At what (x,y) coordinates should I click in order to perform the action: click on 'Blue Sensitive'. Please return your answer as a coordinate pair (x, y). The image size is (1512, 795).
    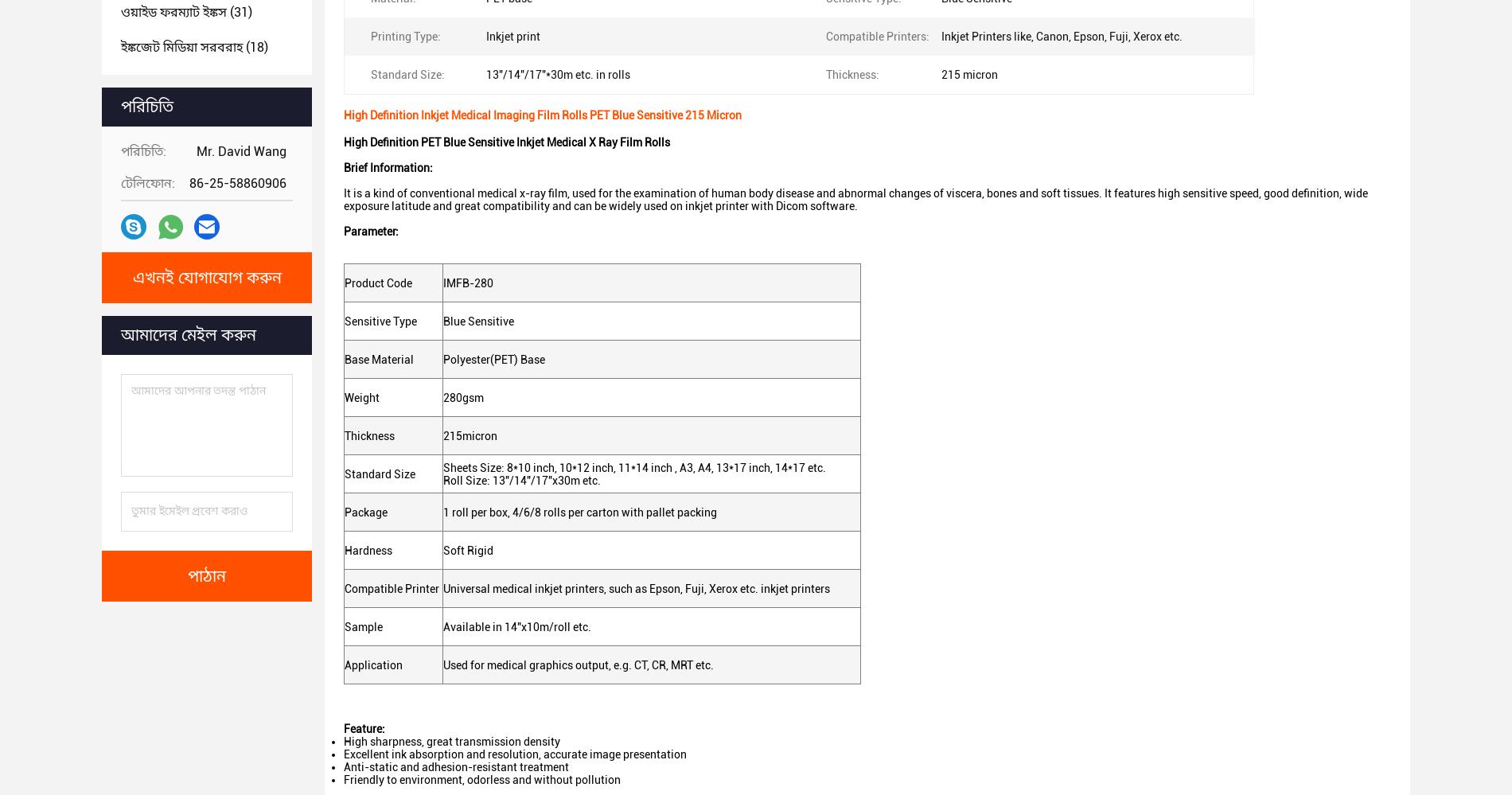
    Looking at the image, I should click on (477, 319).